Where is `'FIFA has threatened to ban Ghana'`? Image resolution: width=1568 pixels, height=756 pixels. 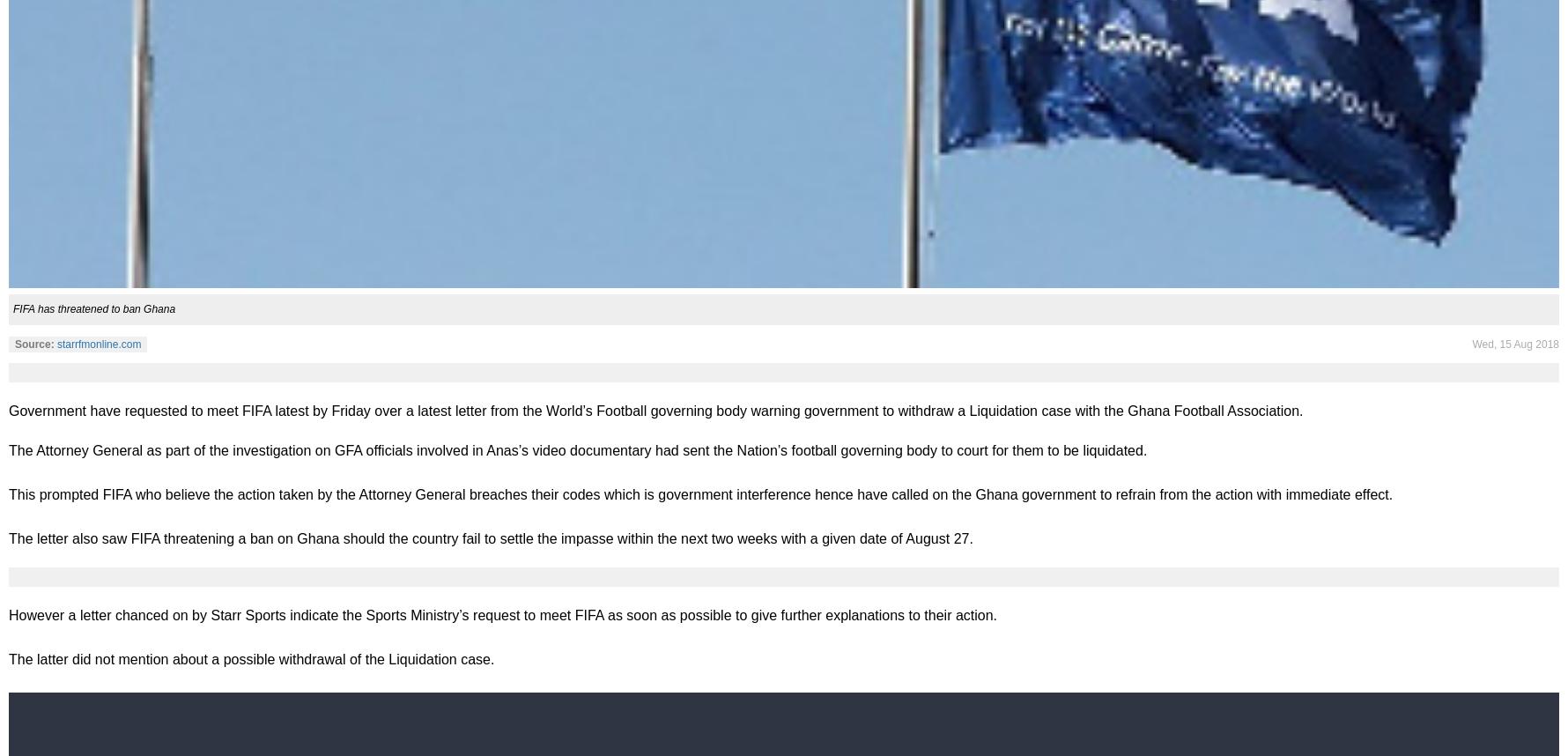
'FIFA has threatened to ban Ghana' is located at coordinates (12, 308).